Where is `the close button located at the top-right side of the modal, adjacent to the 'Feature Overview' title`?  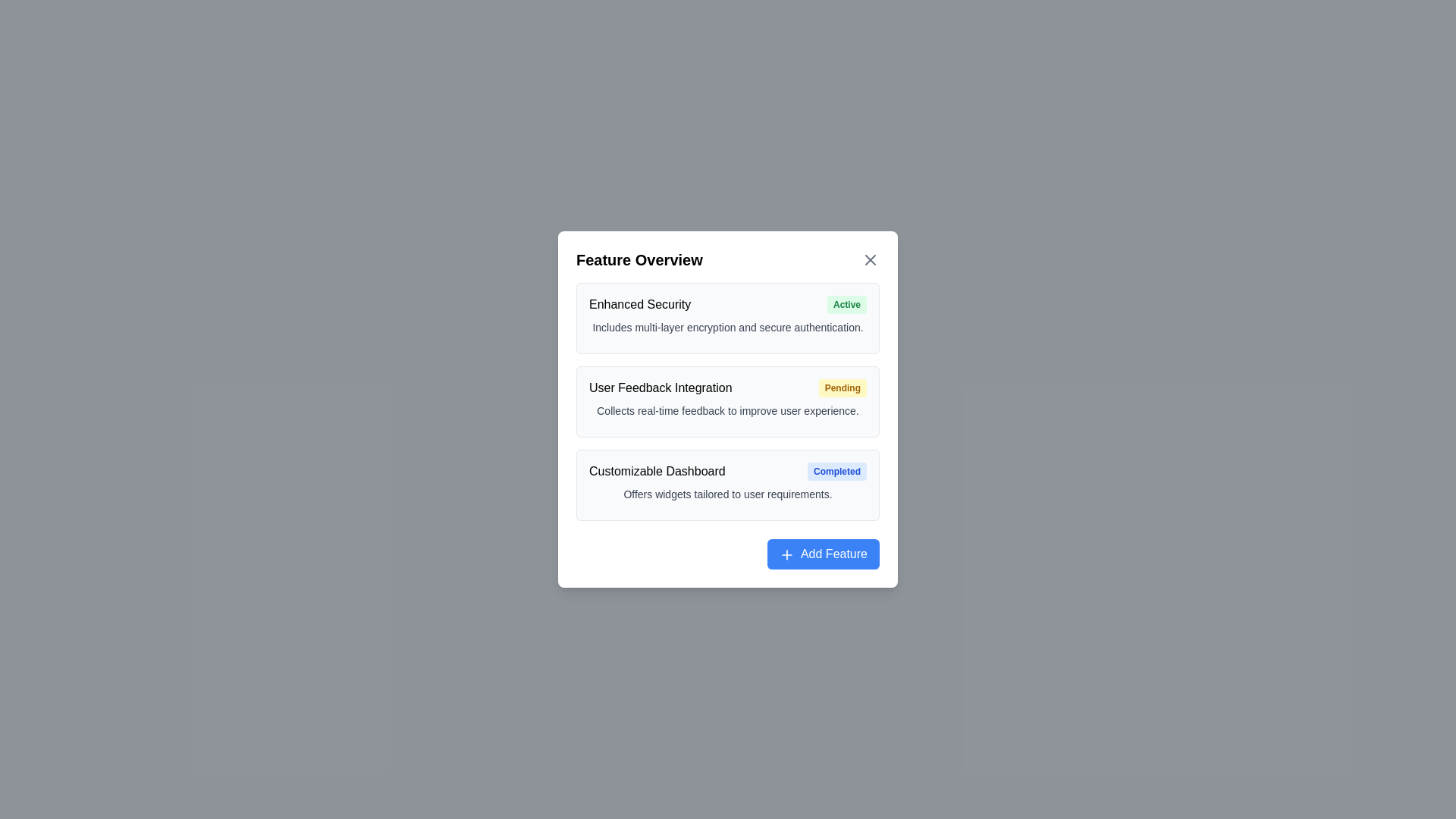 the close button located at the top-right side of the modal, adjacent to the 'Feature Overview' title is located at coordinates (870, 259).